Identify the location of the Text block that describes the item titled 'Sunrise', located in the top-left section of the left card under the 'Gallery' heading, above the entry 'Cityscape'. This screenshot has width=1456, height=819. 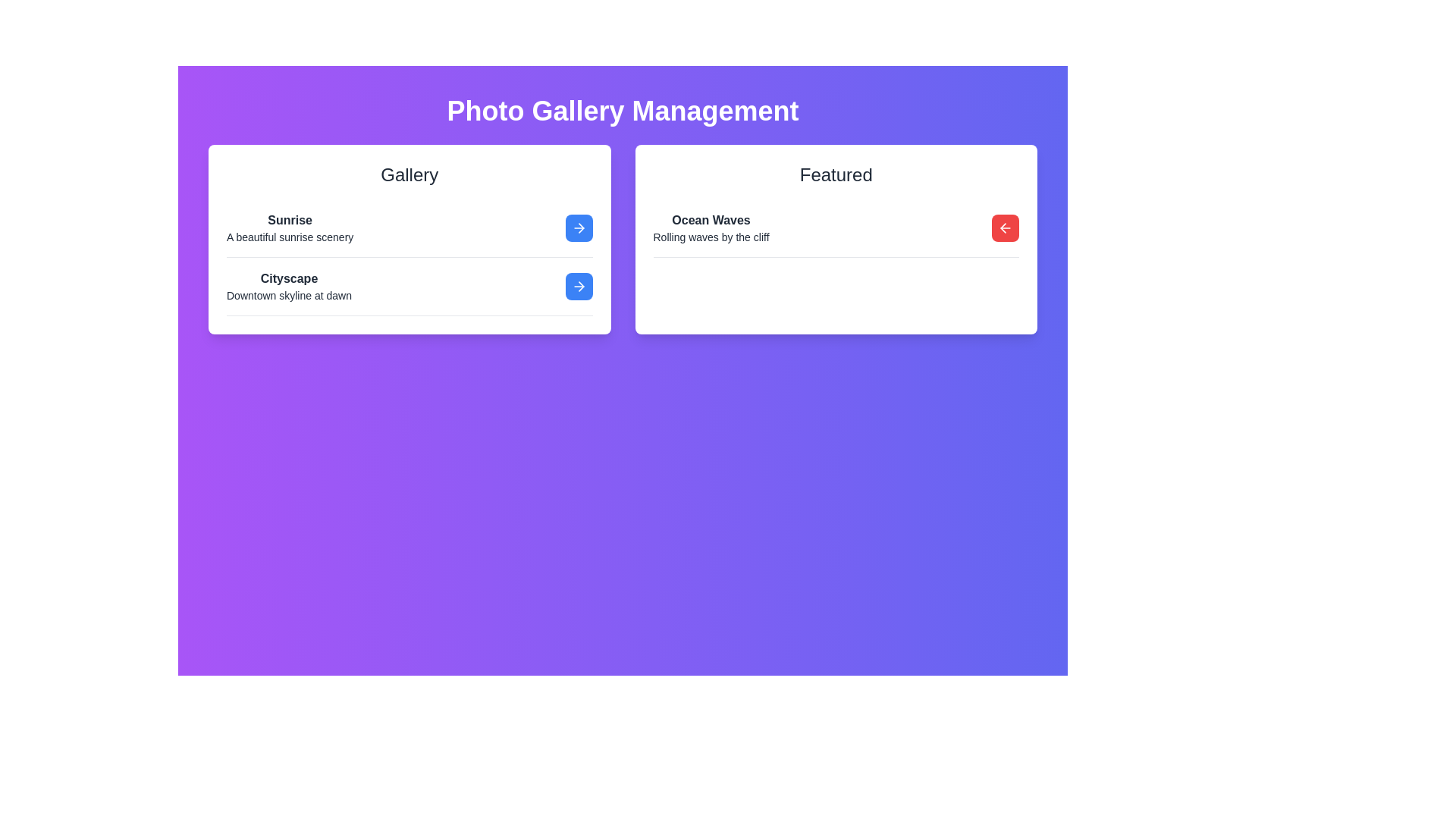
(290, 227).